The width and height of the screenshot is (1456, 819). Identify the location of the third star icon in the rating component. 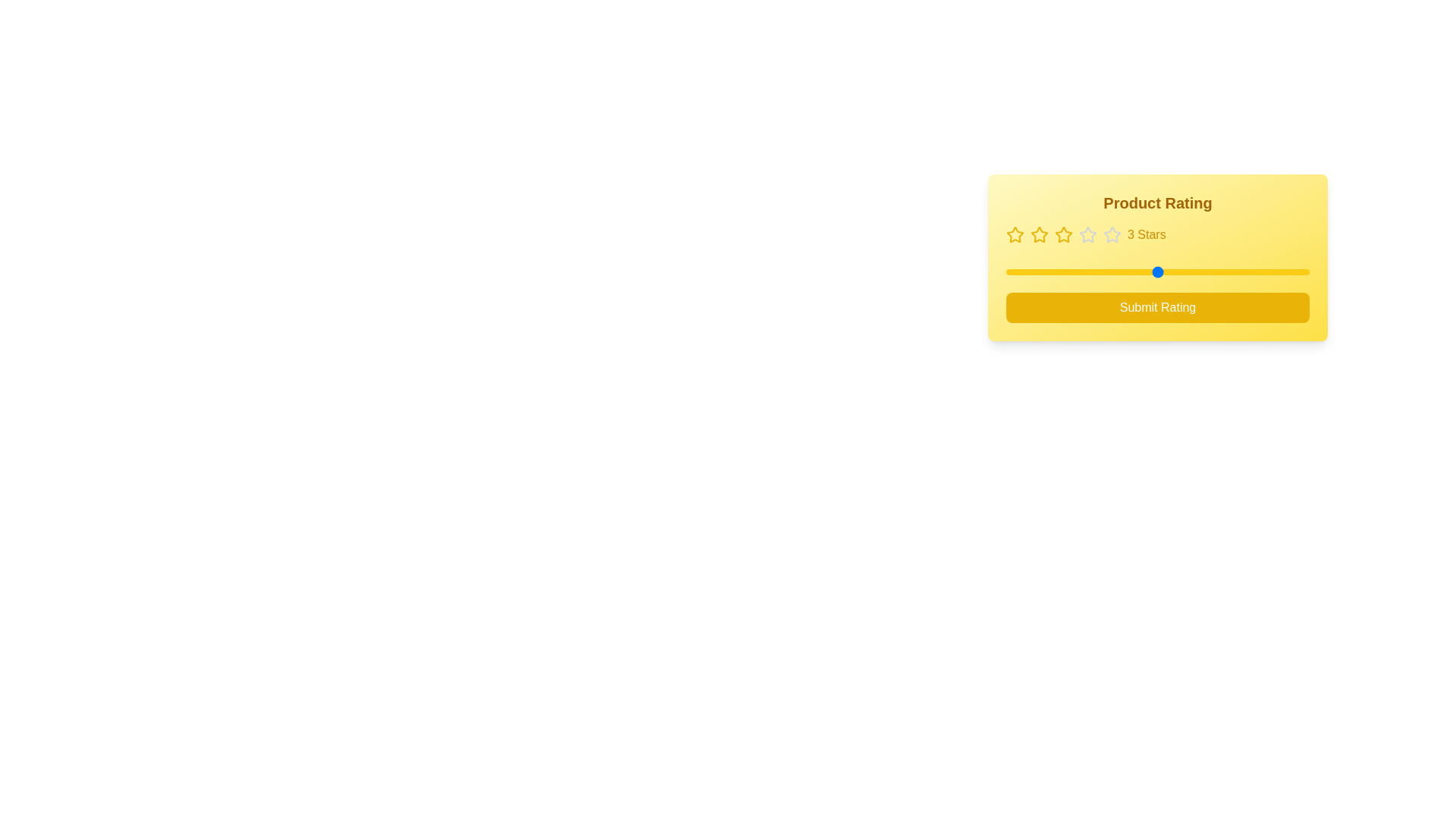
(1087, 234).